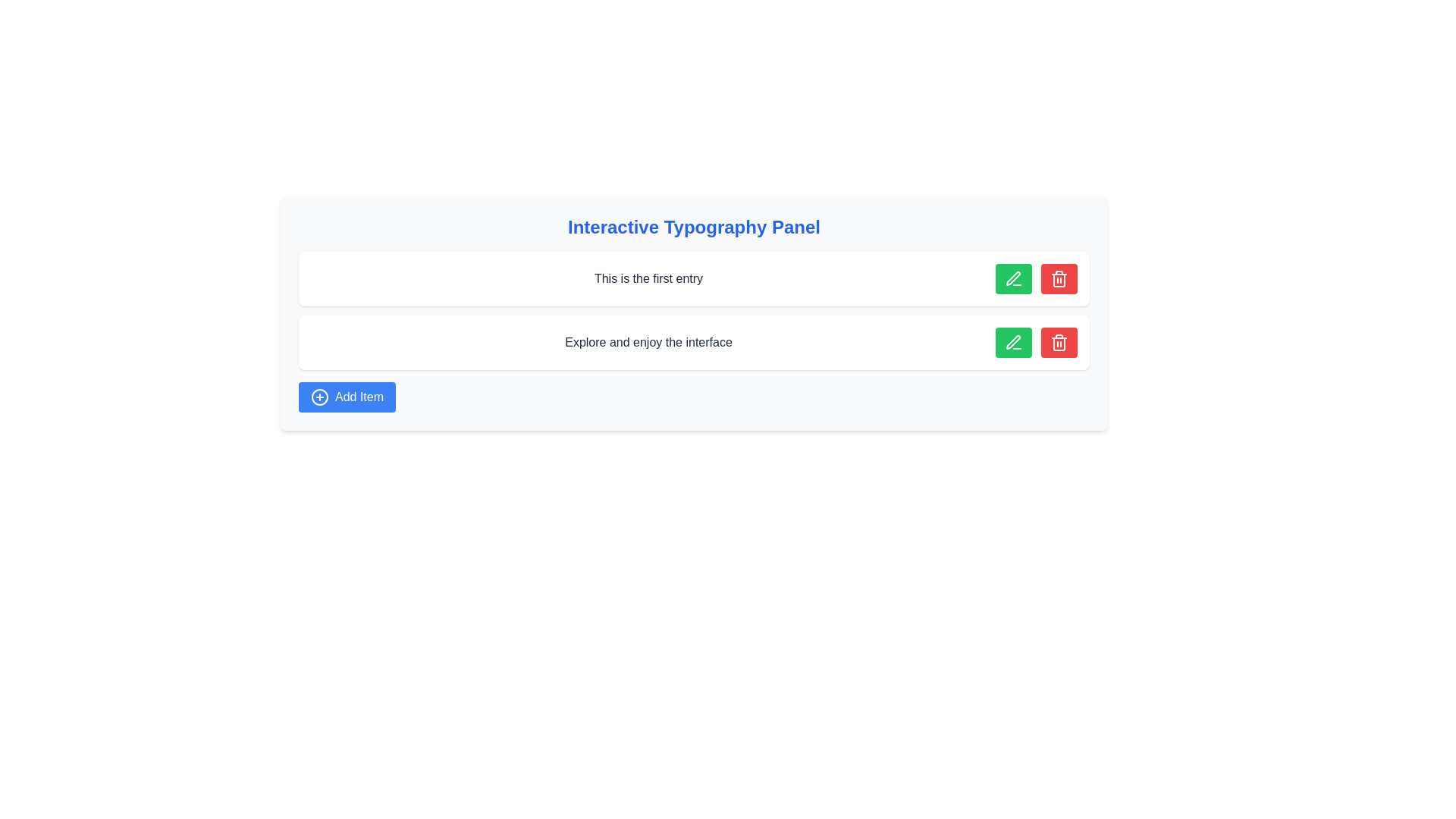  Describe the element at coordinates (347, 397) in the screenshot. I see `the 'Add Item' button, which is a rectangular button with rounded corners, blue background, and white text, located in the 'Interactive Typography Panel'` at that location.